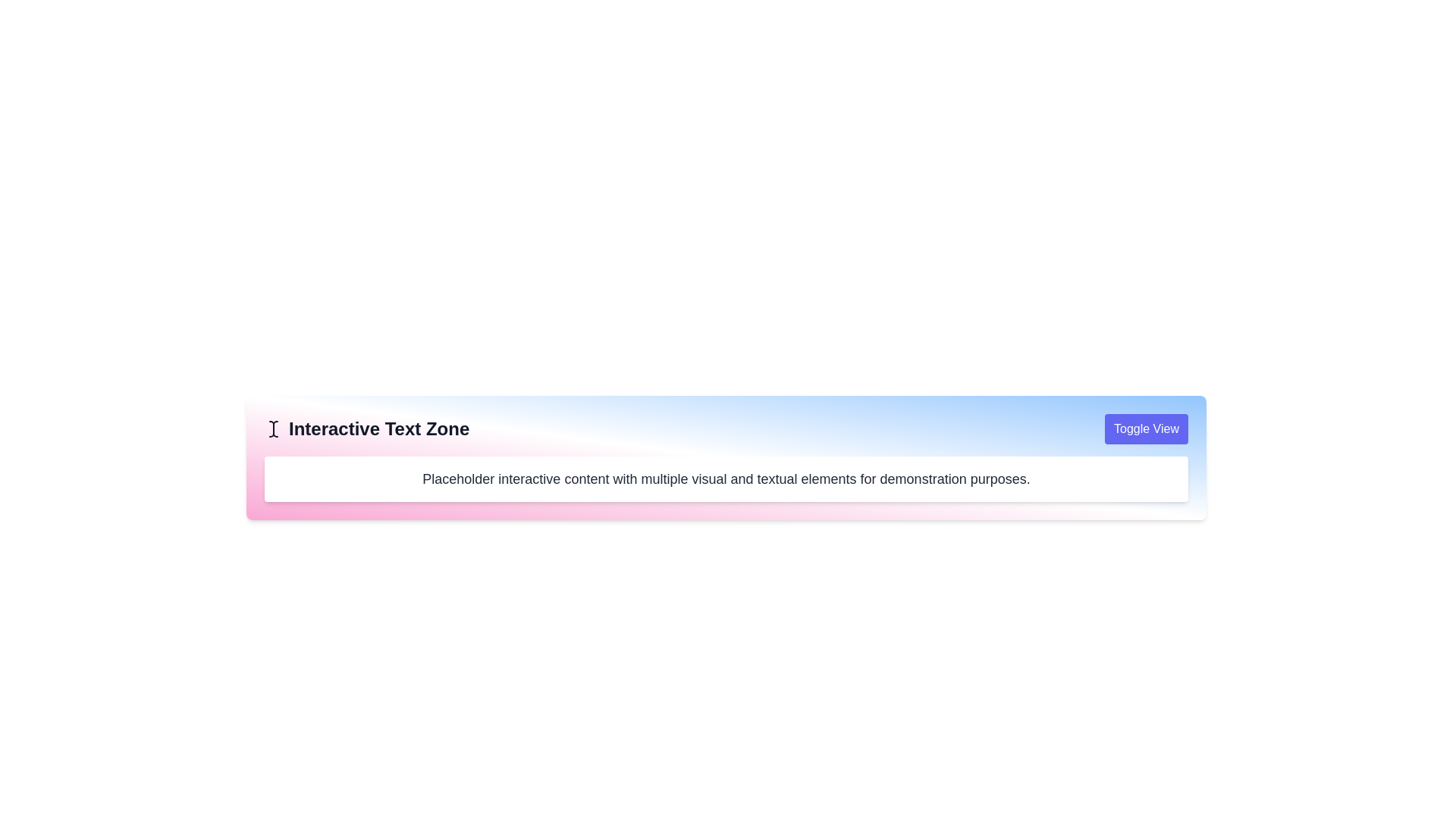 The width and height of the screenshot is (1456, 819). What do you see at coordinates (367, 429) in the screenshot?
I see `the Text Label that describes the functionality of the surrounding interface, located to the left of the 'Toggle View' button in the central content area` at bounding box center [367, 429].